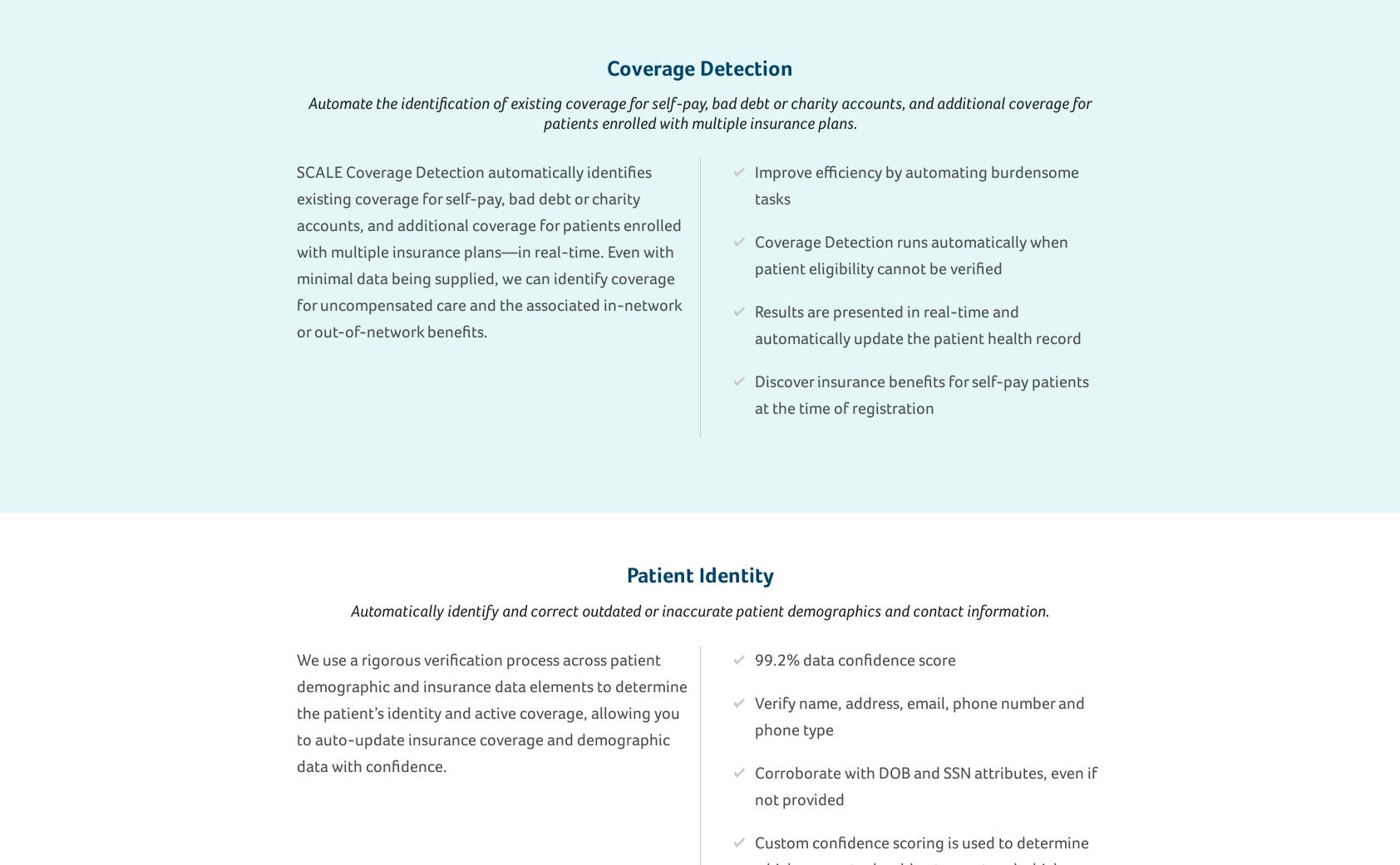 This screenshot has width=1400, height=865. What do you see at coordinates (918, 324) in the screenshot?
I see `'Results are presented in real-time and automatically update the patient health record'` at bounding box center [918, 324].